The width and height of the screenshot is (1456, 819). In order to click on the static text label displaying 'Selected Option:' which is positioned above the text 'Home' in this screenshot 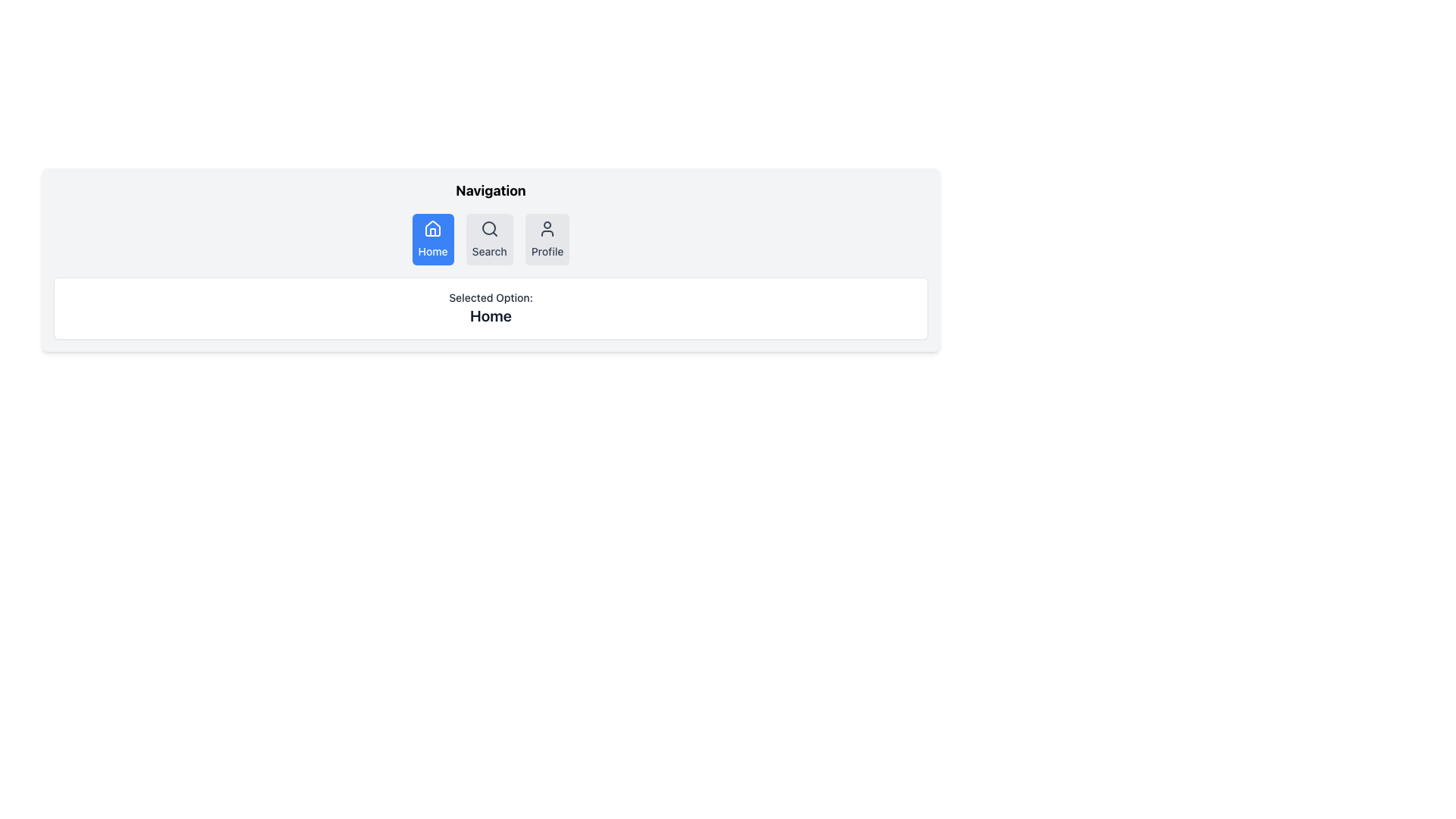, I will do `click(491, 298)`.